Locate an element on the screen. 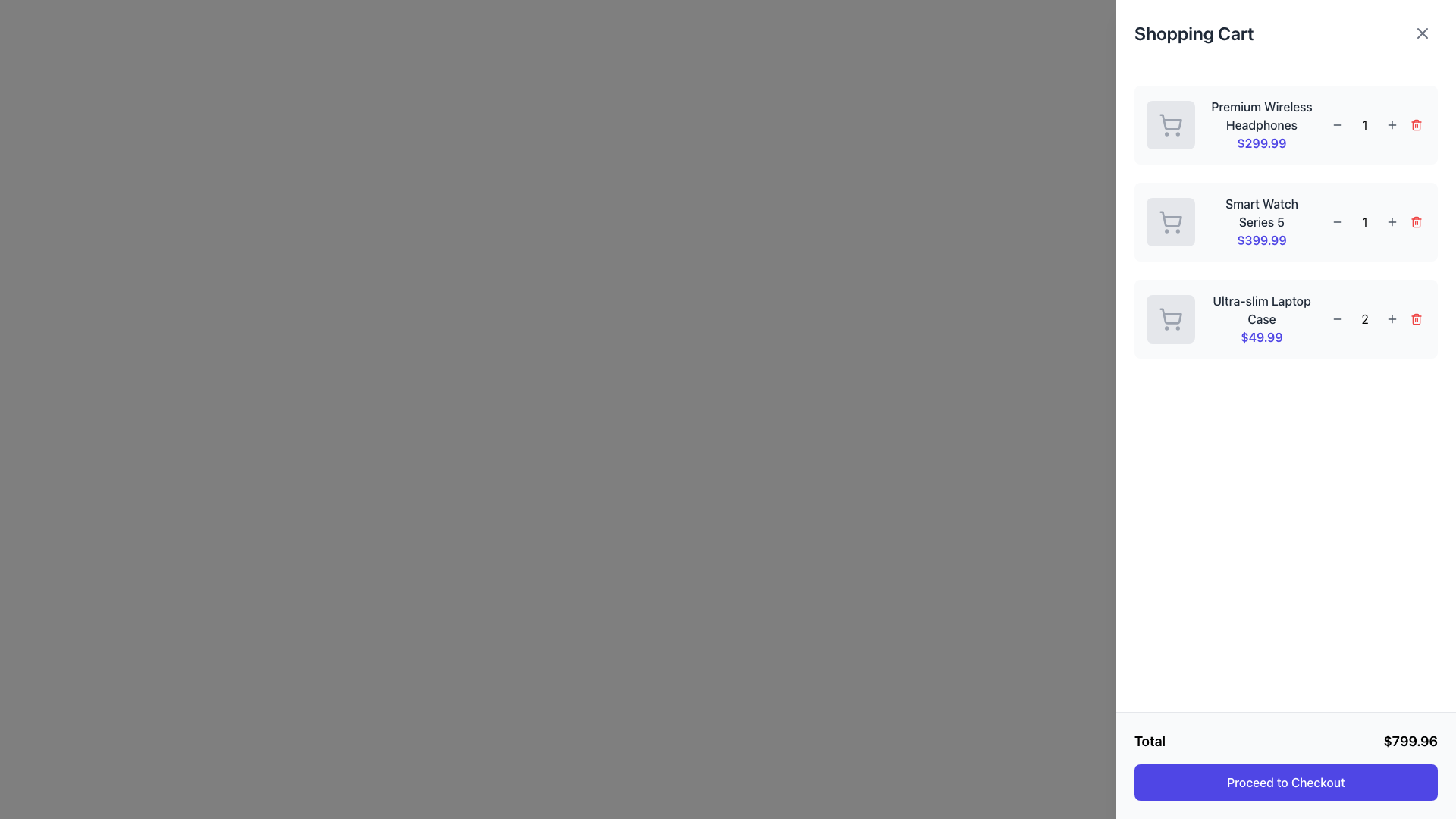 This screenshot has height=819, width=1456. the text label displaying 'Ultra-slim Laptop Case' in the shopping cart interface, which is positioned above the price '$49.99' is located at coordinates (1262, 309).